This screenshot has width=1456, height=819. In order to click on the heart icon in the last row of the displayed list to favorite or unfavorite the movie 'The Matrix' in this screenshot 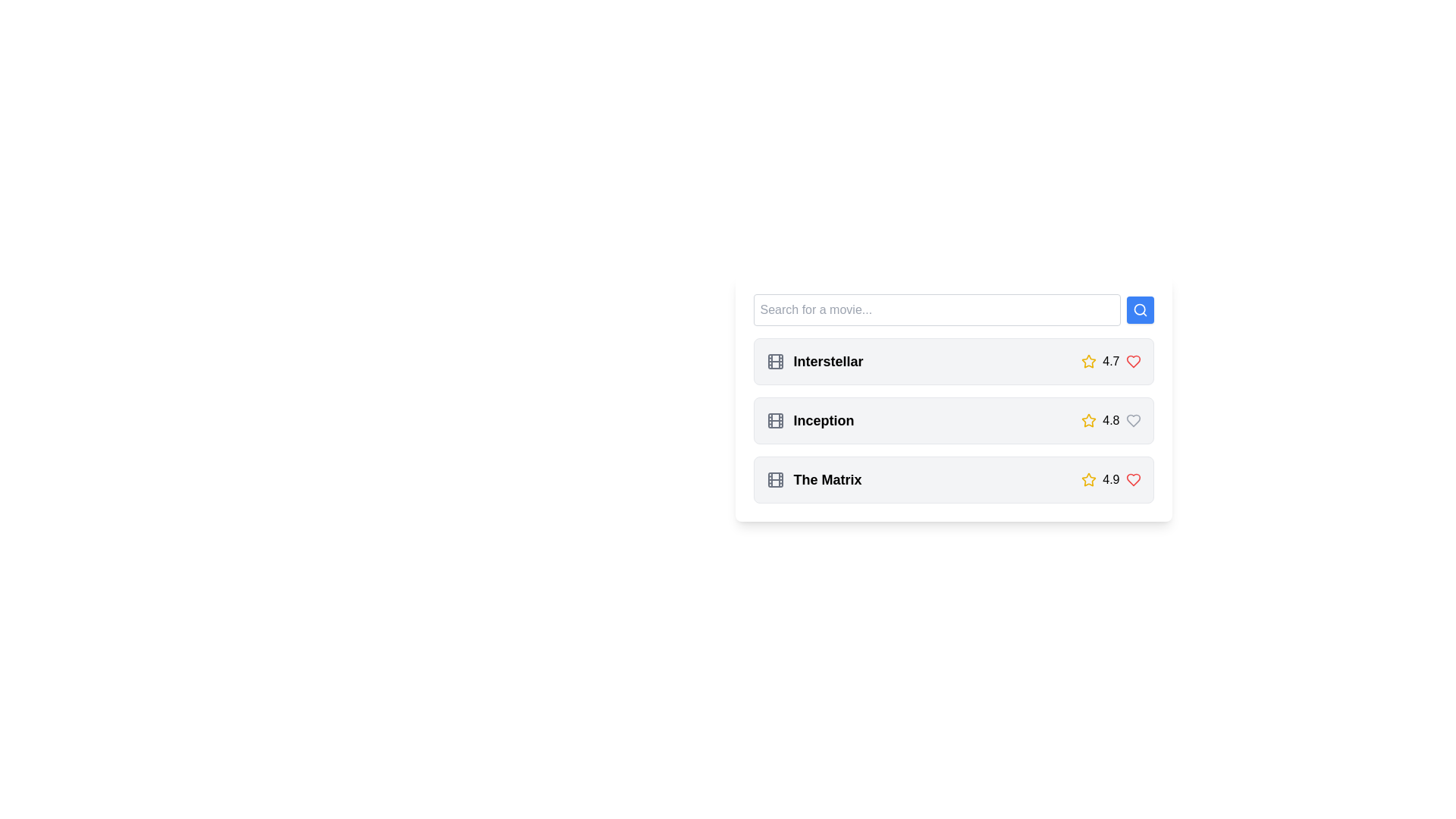, I will do `click(1133, 479)`.